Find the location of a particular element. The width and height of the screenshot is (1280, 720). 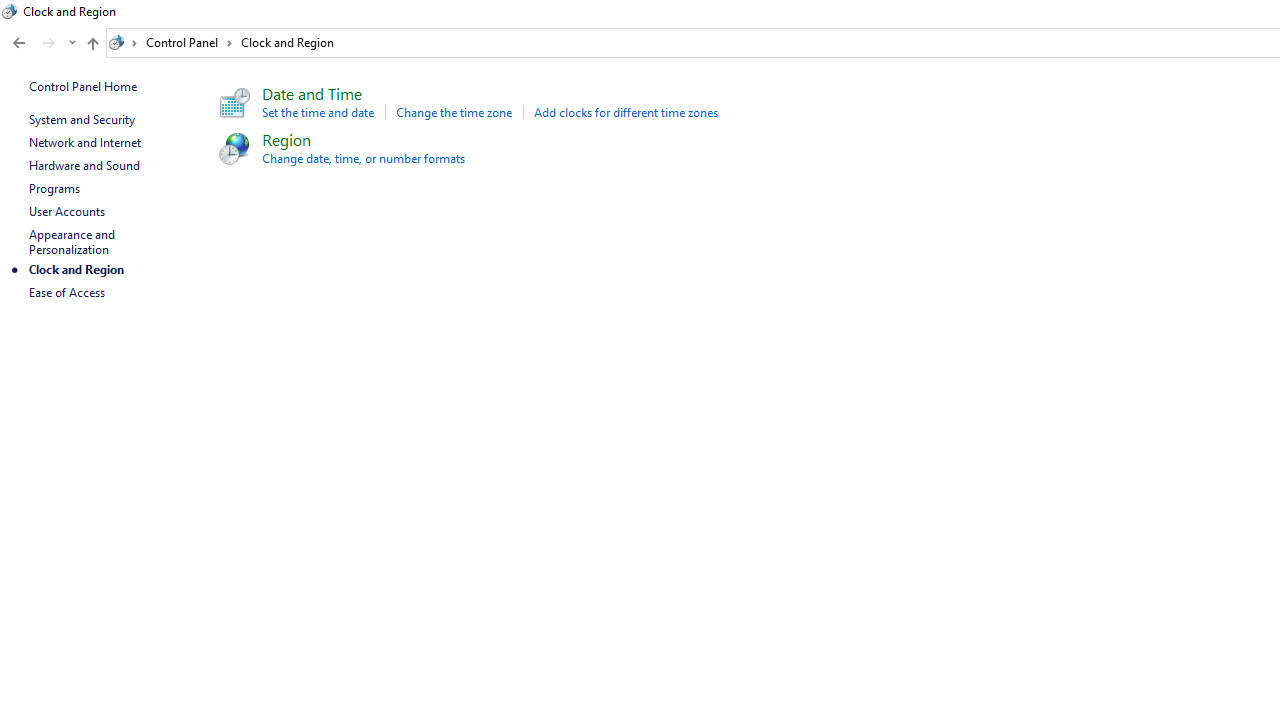

'Control Panel' is located at coordinates (189, 42).